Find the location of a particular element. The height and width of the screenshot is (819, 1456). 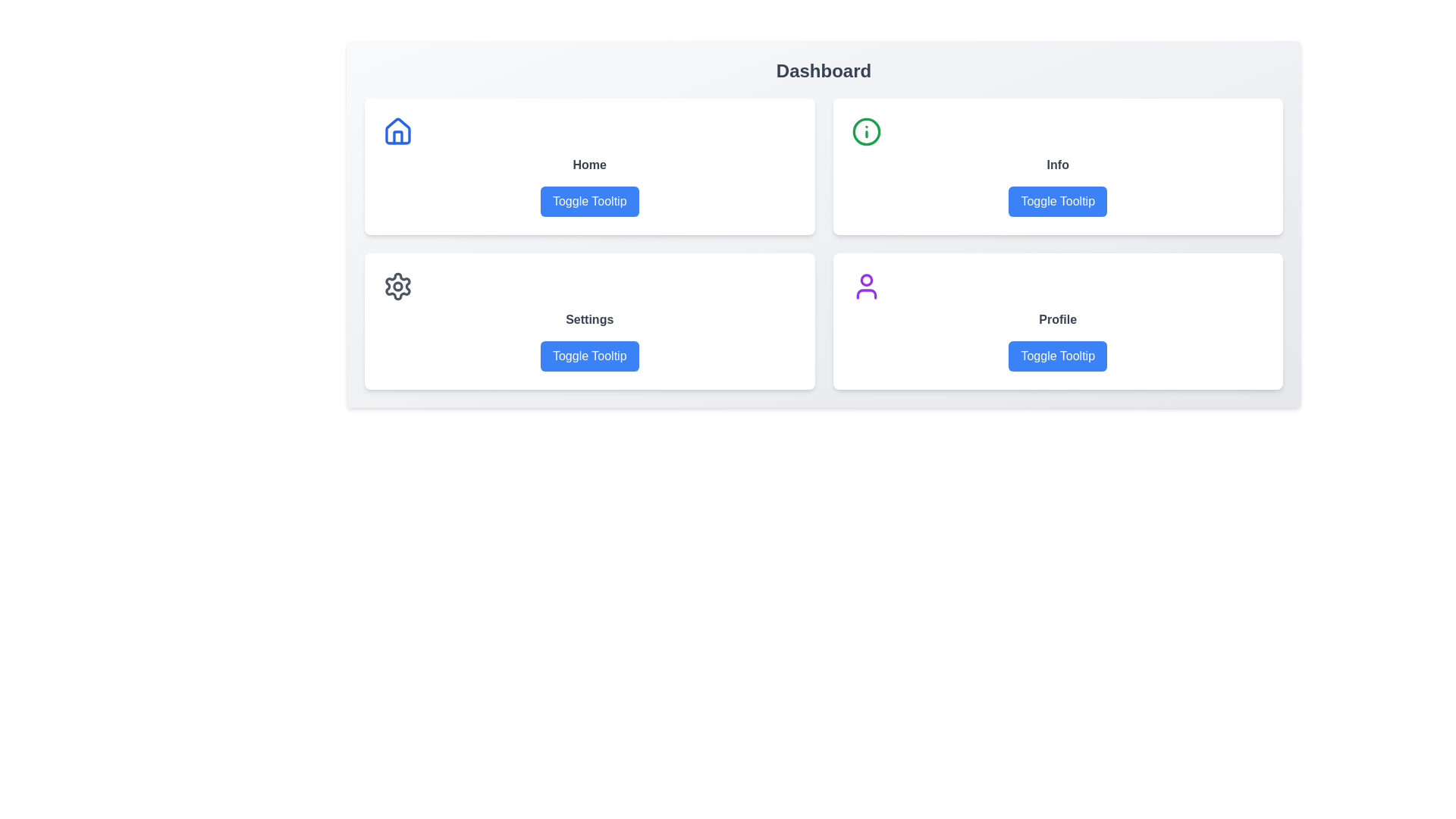

the gear-shaped settings icon located at the top of the 'Settings' card is located at coordinates (397, 287).